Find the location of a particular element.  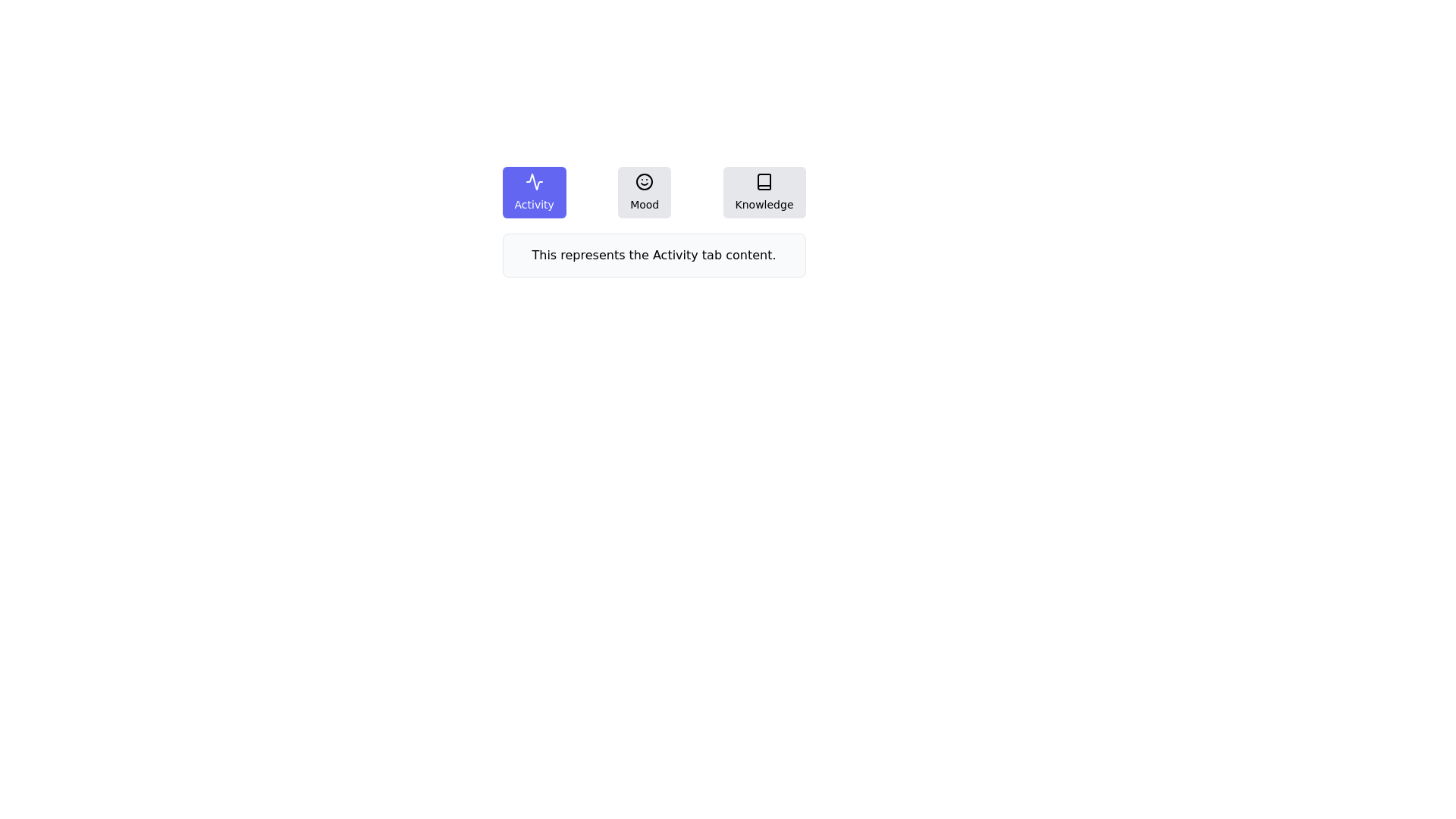

the circular outline graphical icon that resembles a button and is part of a horizontal set of selectable icons, located second among three icons is located at coordinates (645, 180).